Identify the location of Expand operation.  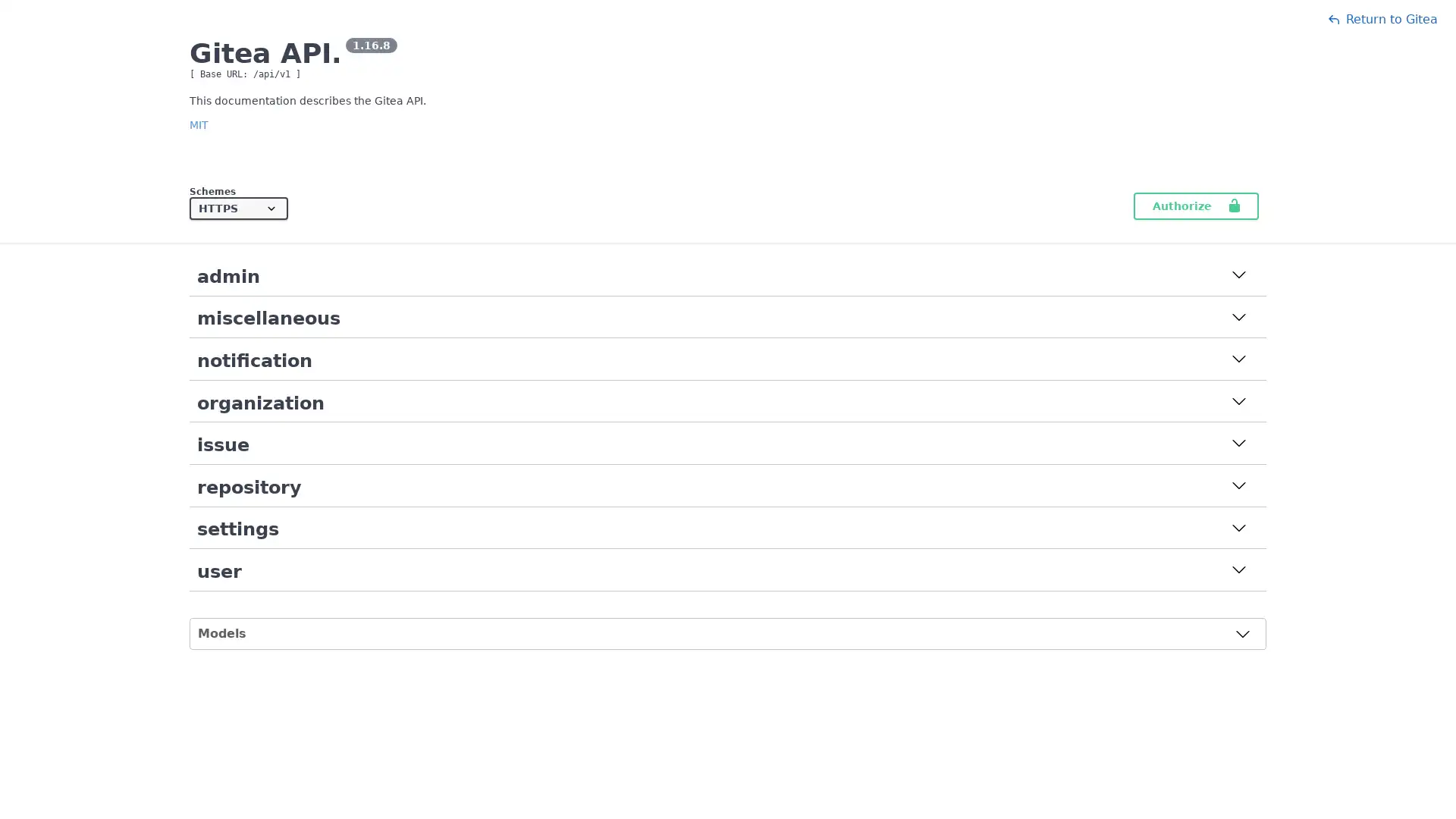
(1238, 360).